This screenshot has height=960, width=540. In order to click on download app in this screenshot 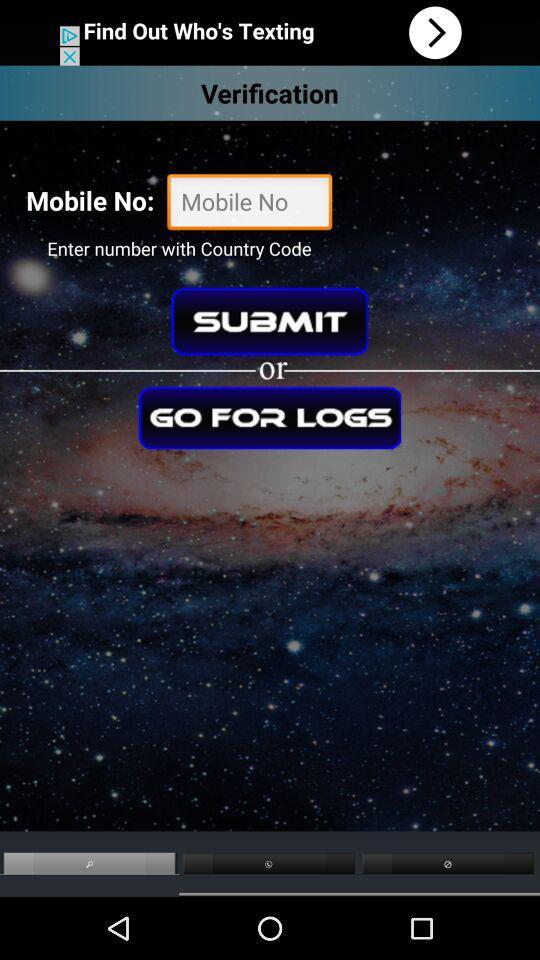, I will do `click(270, 31)`.